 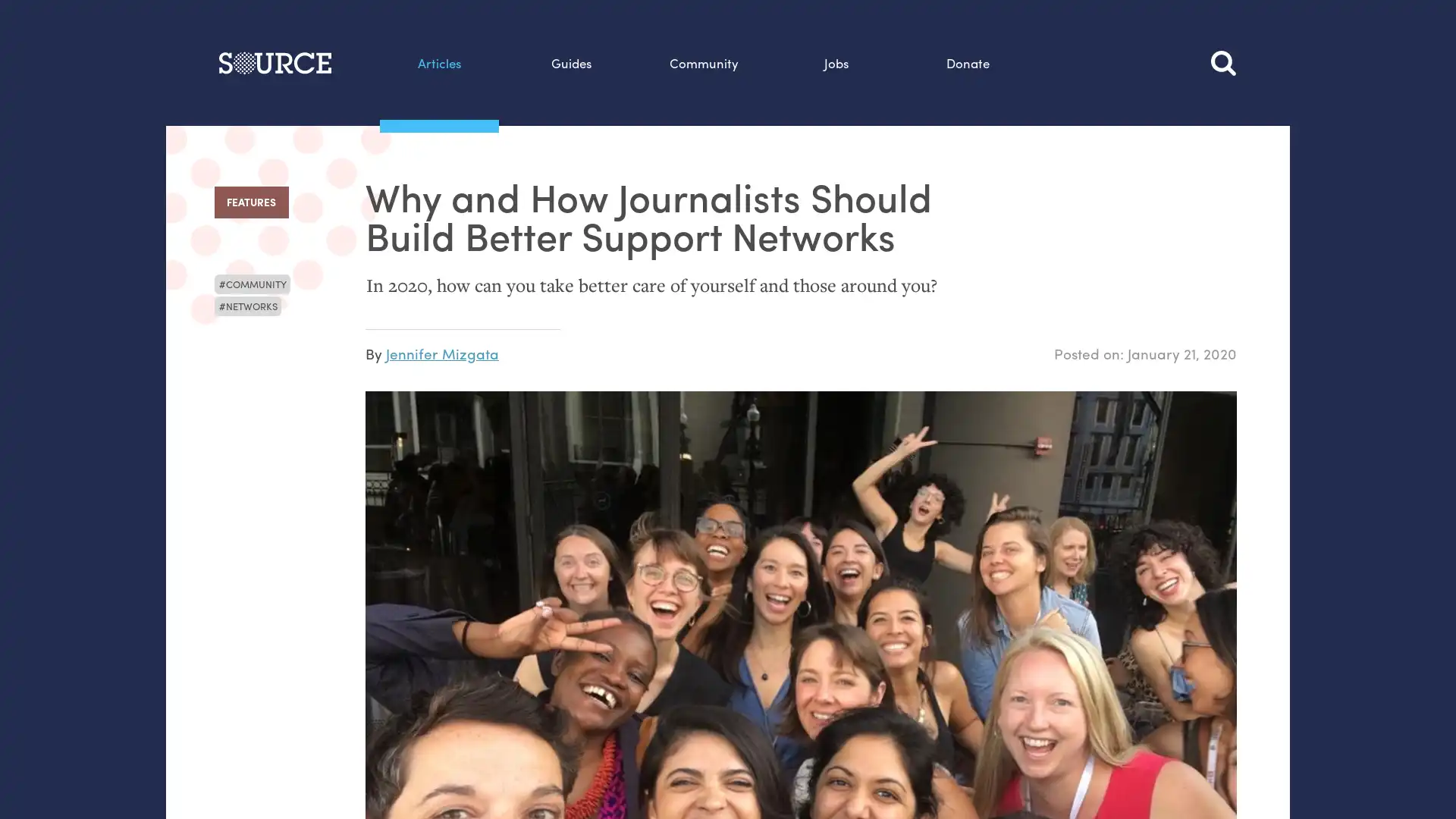 What do you see at coordinates (1222, 197) in the screenshot?
I see `Search` at bounding box center [1222, 197].